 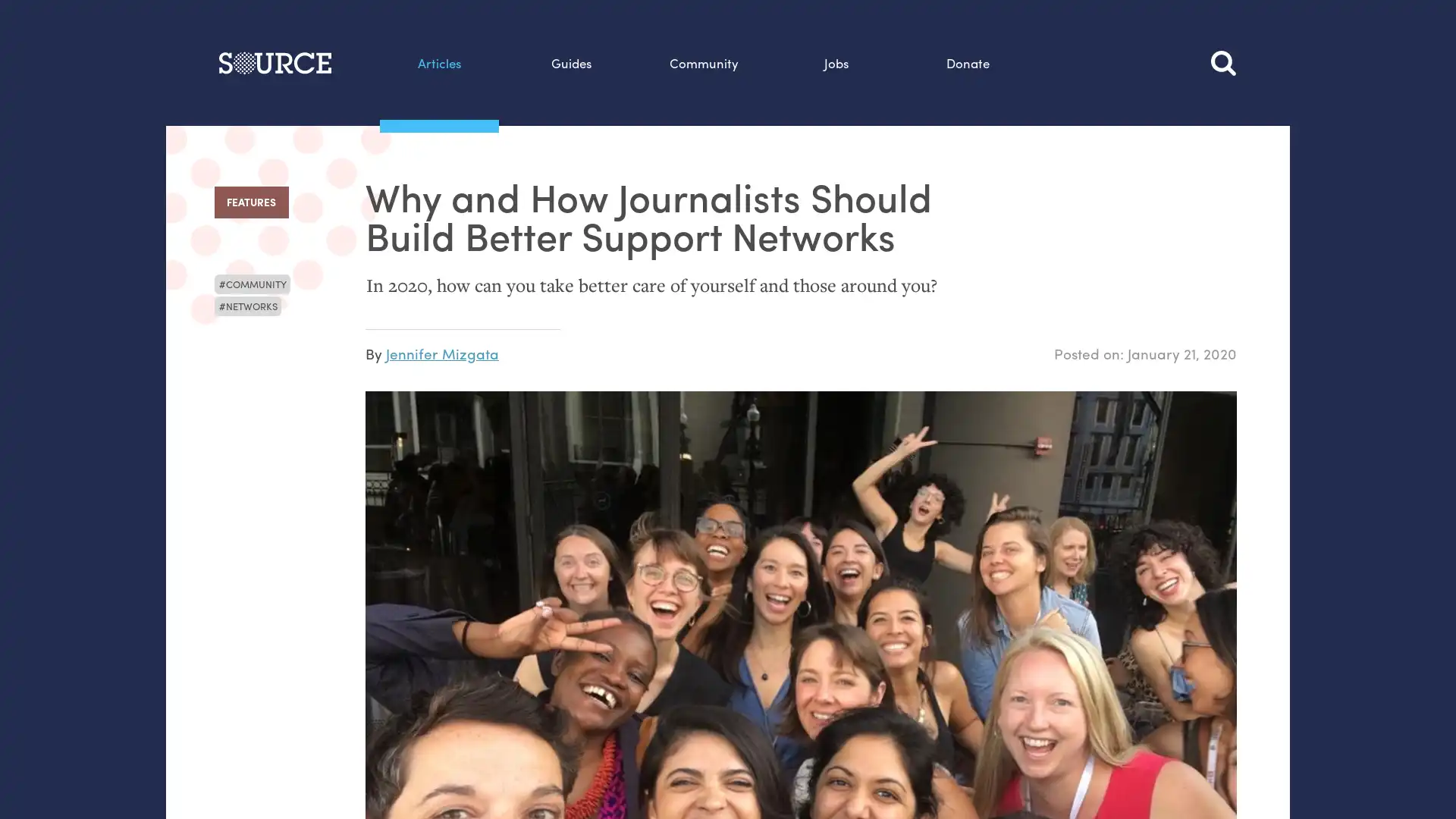 What do you see at coordinates (1222, 197) in the screenshot?
I see `Search` at bounding box center [1222, 197].